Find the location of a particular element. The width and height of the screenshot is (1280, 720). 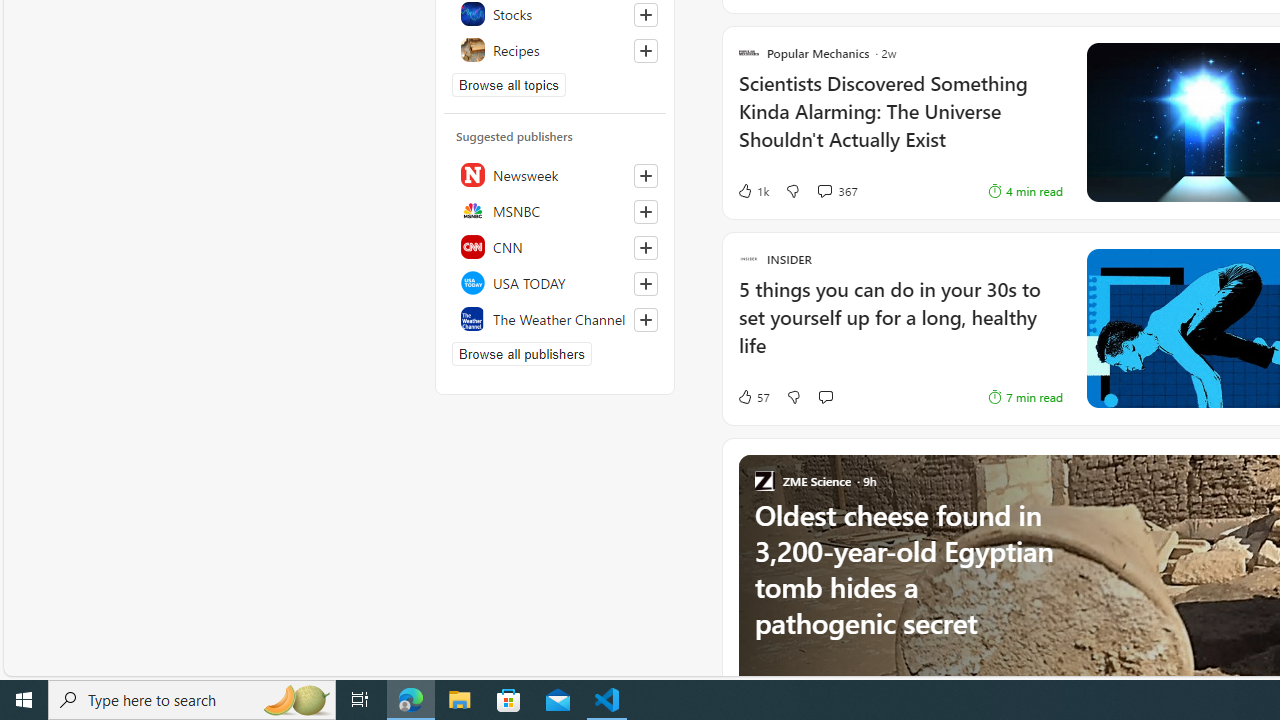

'CNN' is located at coordinates (555, 245).